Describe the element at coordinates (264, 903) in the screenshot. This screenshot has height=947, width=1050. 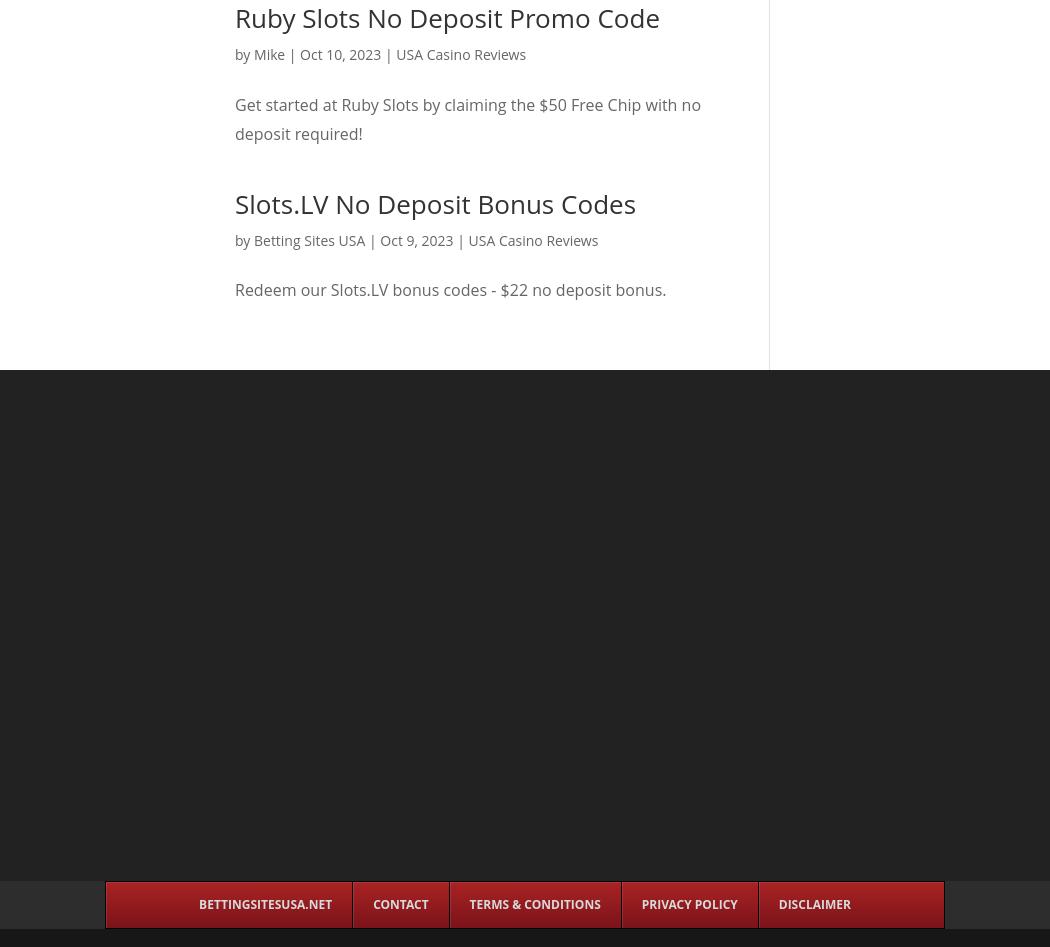
I see `'BettingSitesUSA.net'` at that location.